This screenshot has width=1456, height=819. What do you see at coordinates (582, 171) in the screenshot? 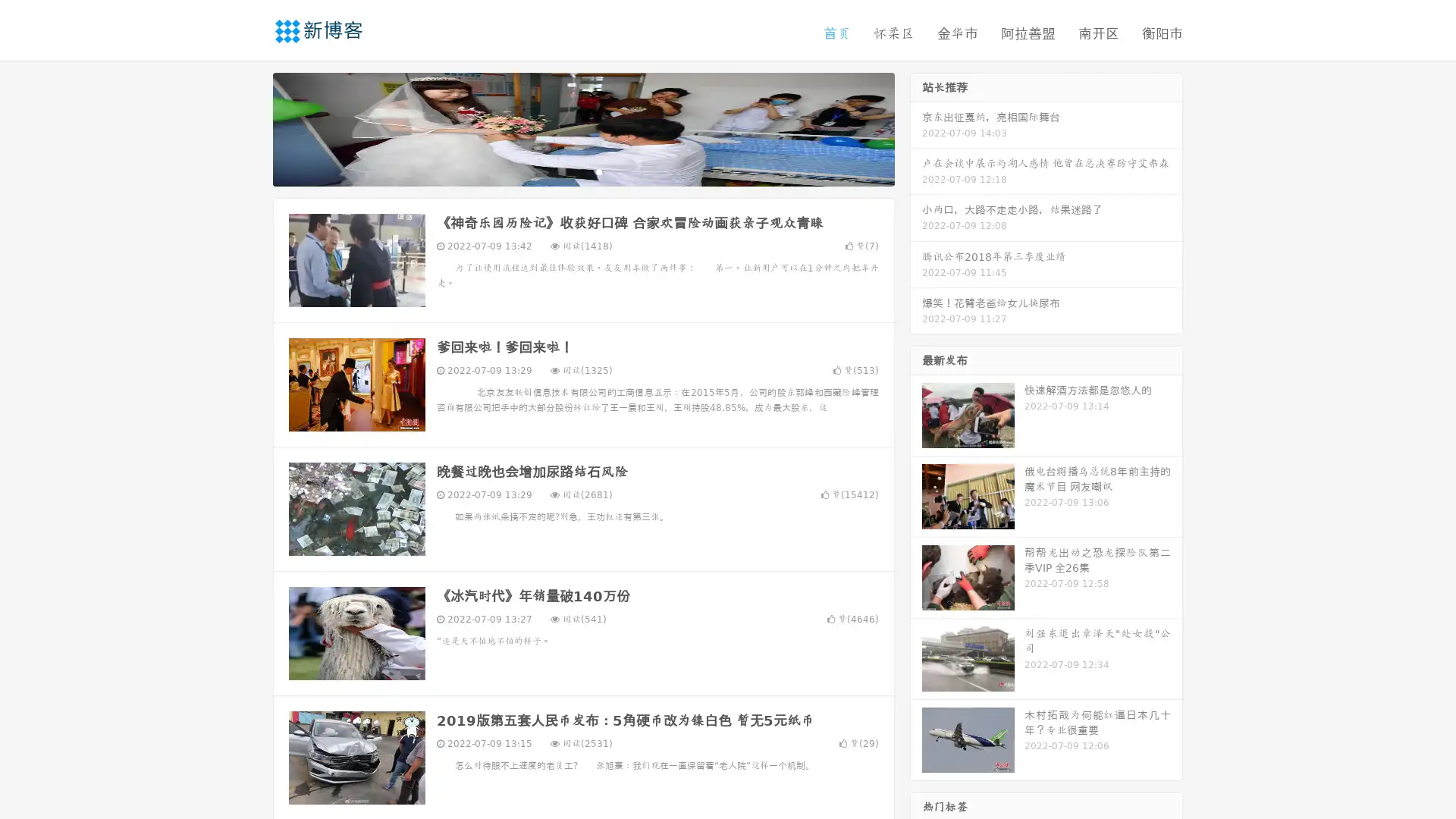
I see `Go to slide 2` at bounding box center [582, 171].